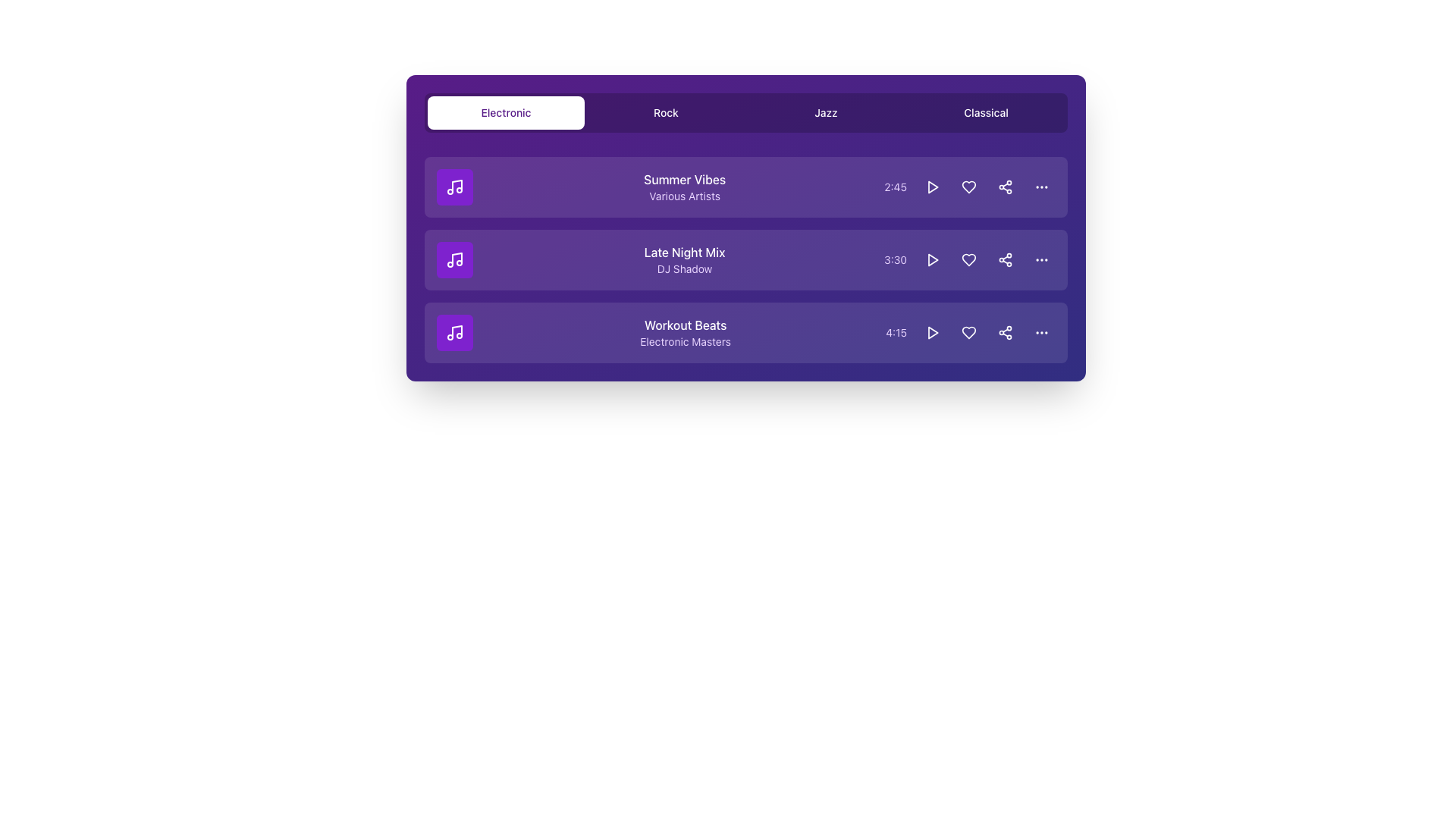  Describe the element at coordinates (896, 332) in the screenshot. I see `the text label displaying '4:15', styled in purple, located towards the right side of the music track row following 'Workout Beats' and 'Electronic Masters'` at that location.